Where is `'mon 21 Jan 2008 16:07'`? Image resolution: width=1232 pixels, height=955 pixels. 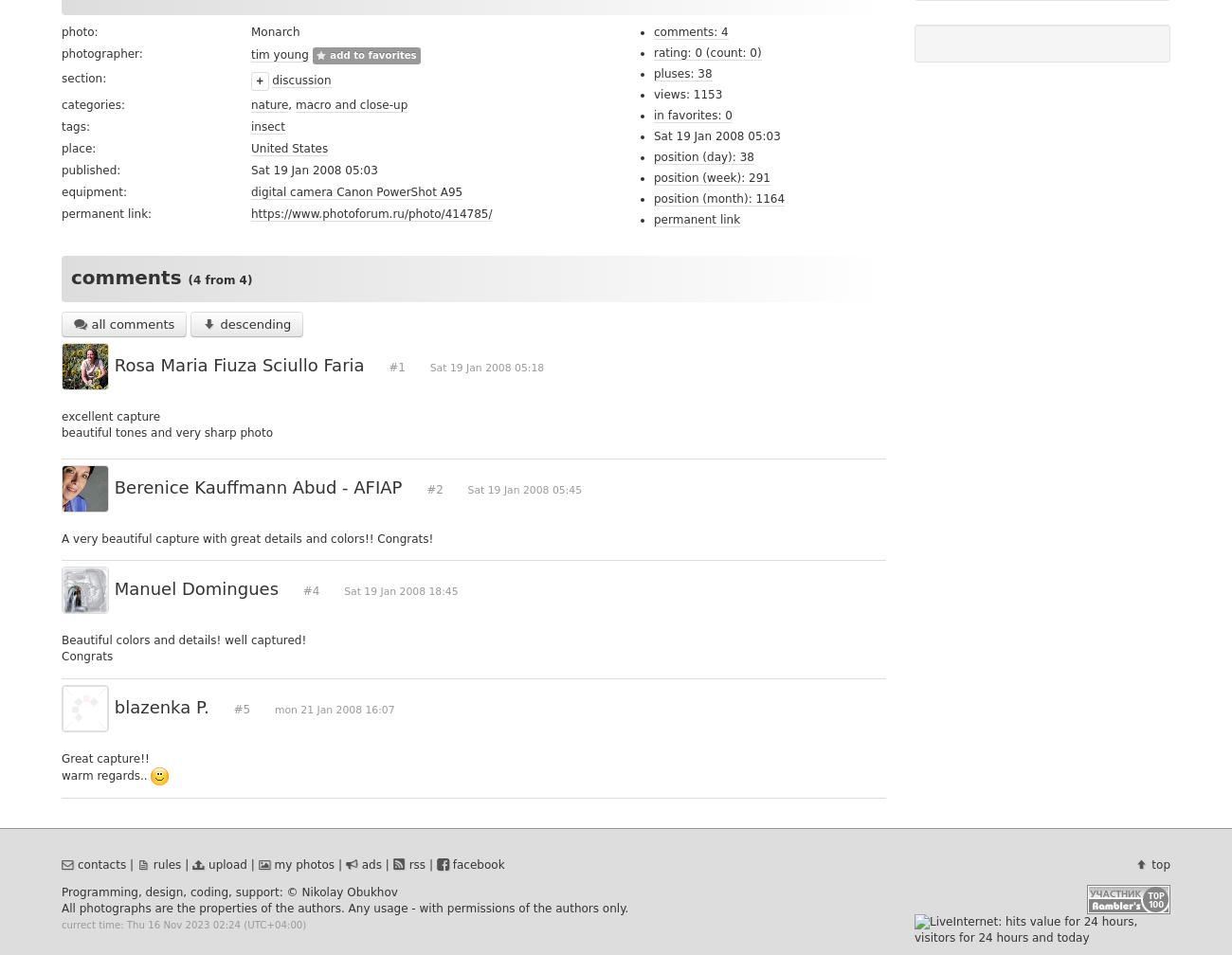
'mon 21 Jan 2008 16:07' is located at coordinates (333, 709).